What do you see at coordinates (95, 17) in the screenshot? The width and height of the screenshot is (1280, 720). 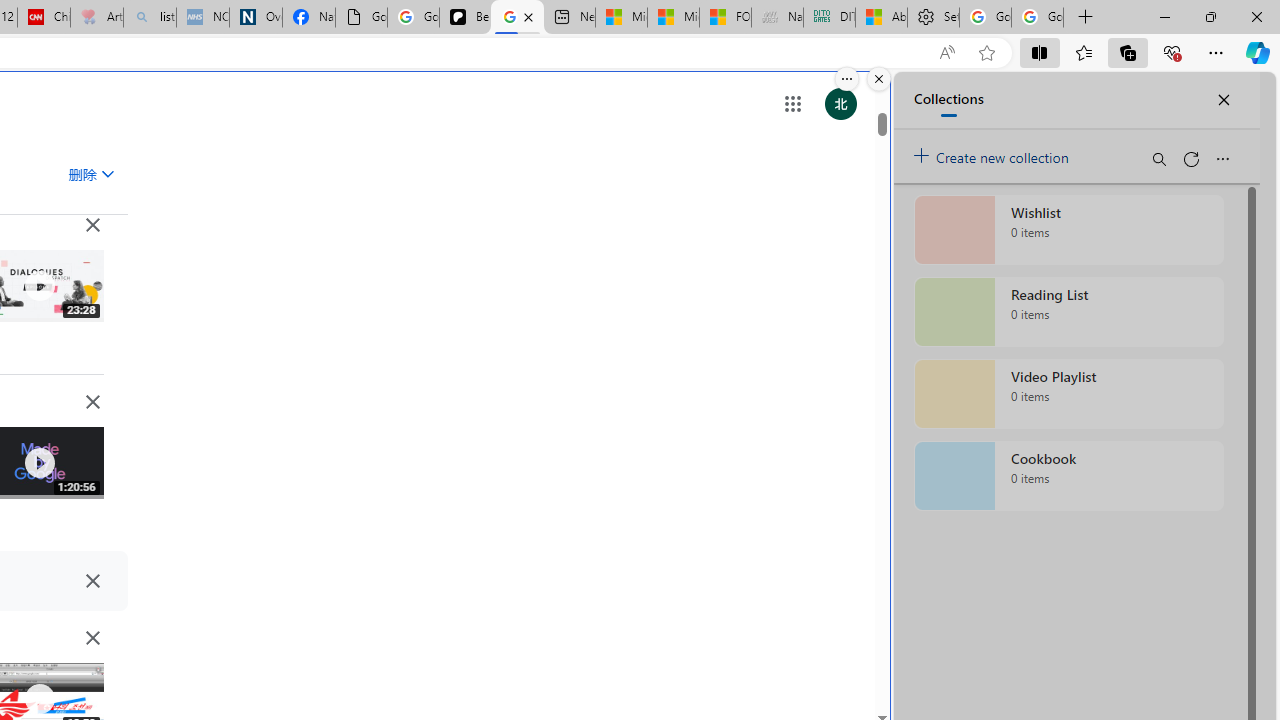 I see `'Arthritis: Ask Health Professionals - Sleeping'` at bounding box center [95, 17].